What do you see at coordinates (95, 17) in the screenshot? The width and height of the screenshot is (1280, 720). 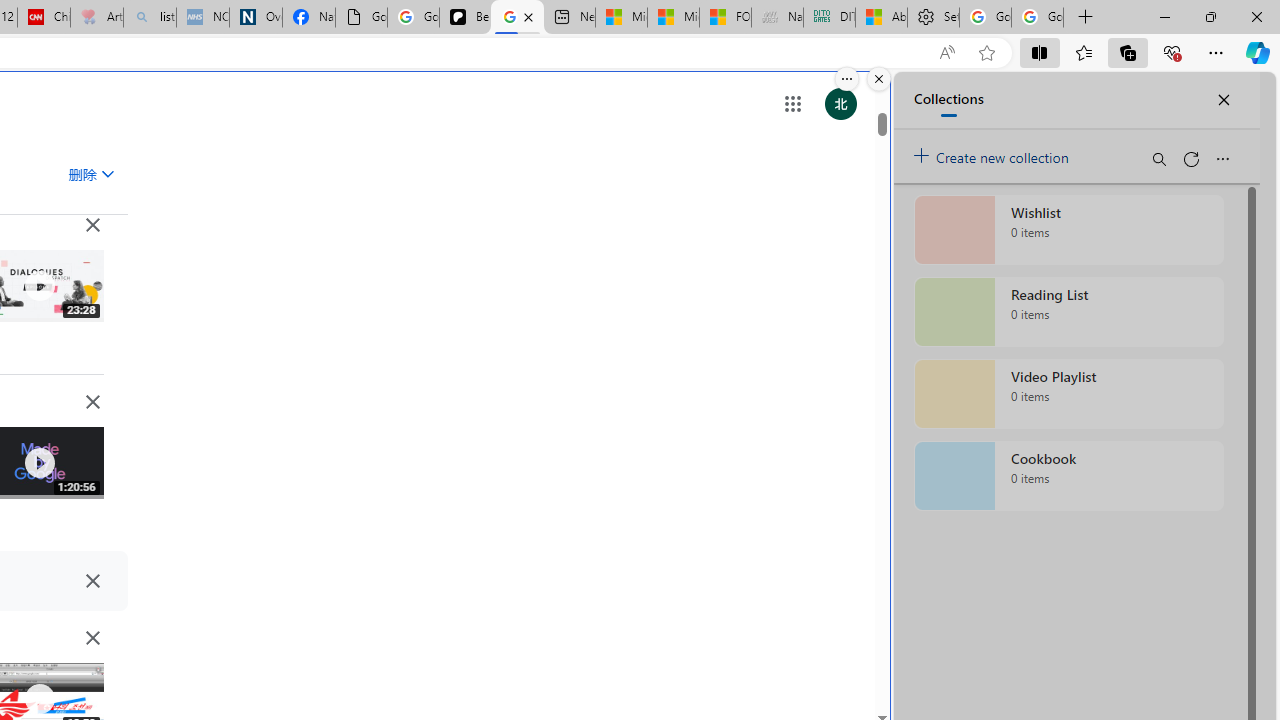 I see `'Arthritis: Ask Health Professionals - Sleeping'` at bounding box center [95, 17].